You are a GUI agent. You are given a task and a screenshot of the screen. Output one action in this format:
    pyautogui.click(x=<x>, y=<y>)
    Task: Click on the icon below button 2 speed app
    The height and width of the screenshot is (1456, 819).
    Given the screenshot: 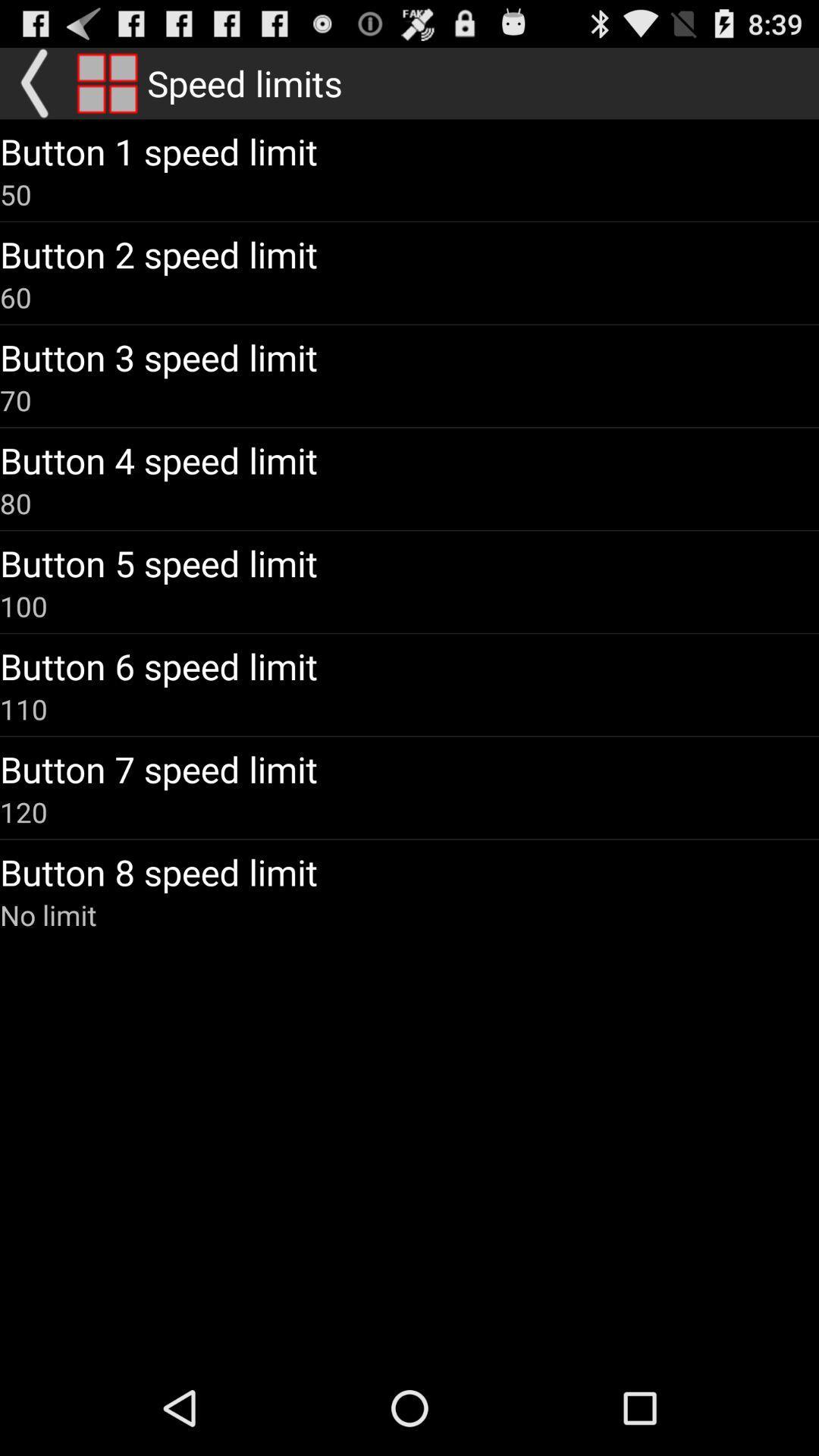 What is the action you would take?
    pyautogui.click(x=15, y=297)
    